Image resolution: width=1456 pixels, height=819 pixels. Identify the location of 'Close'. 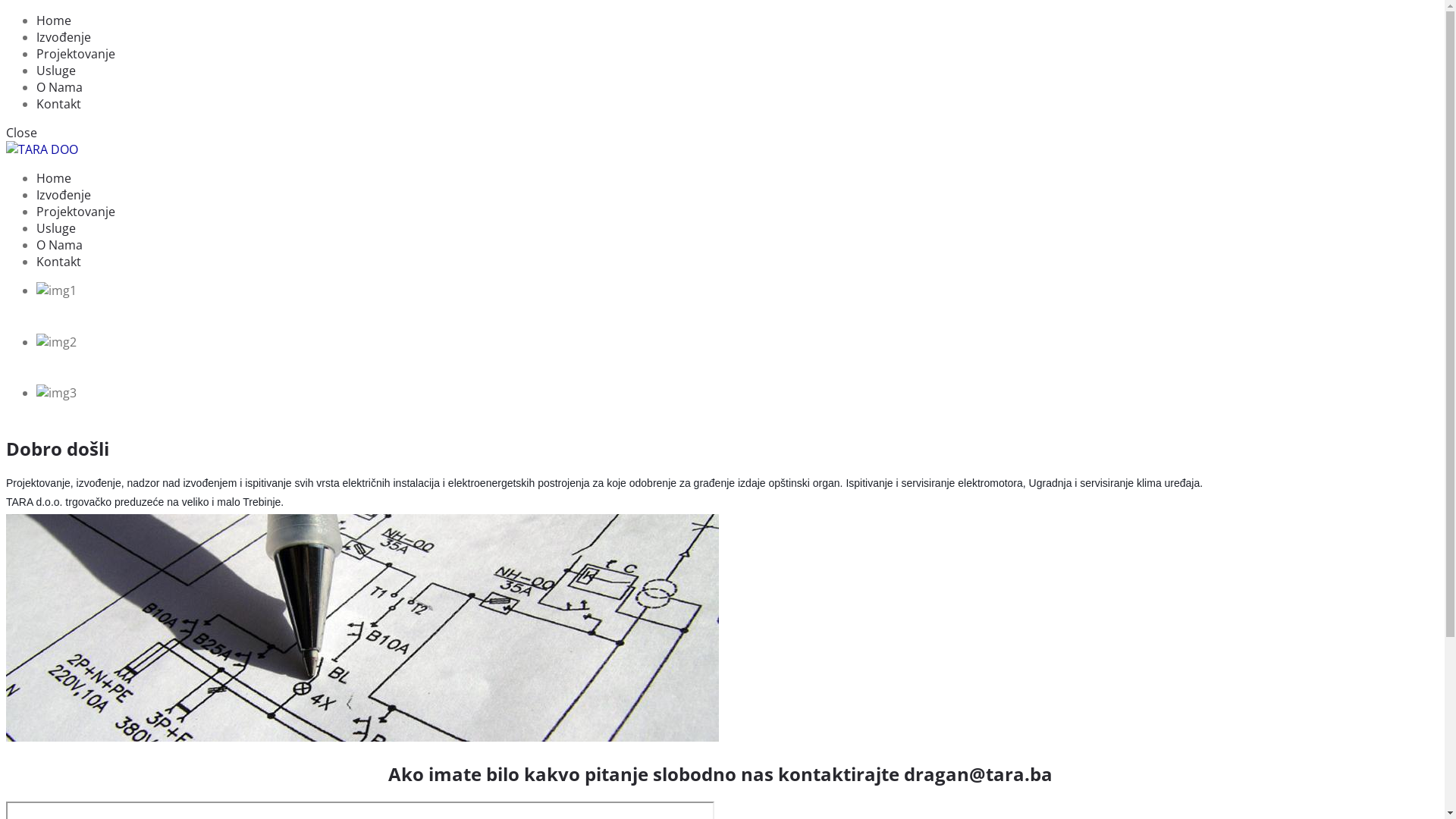
(21, 131).